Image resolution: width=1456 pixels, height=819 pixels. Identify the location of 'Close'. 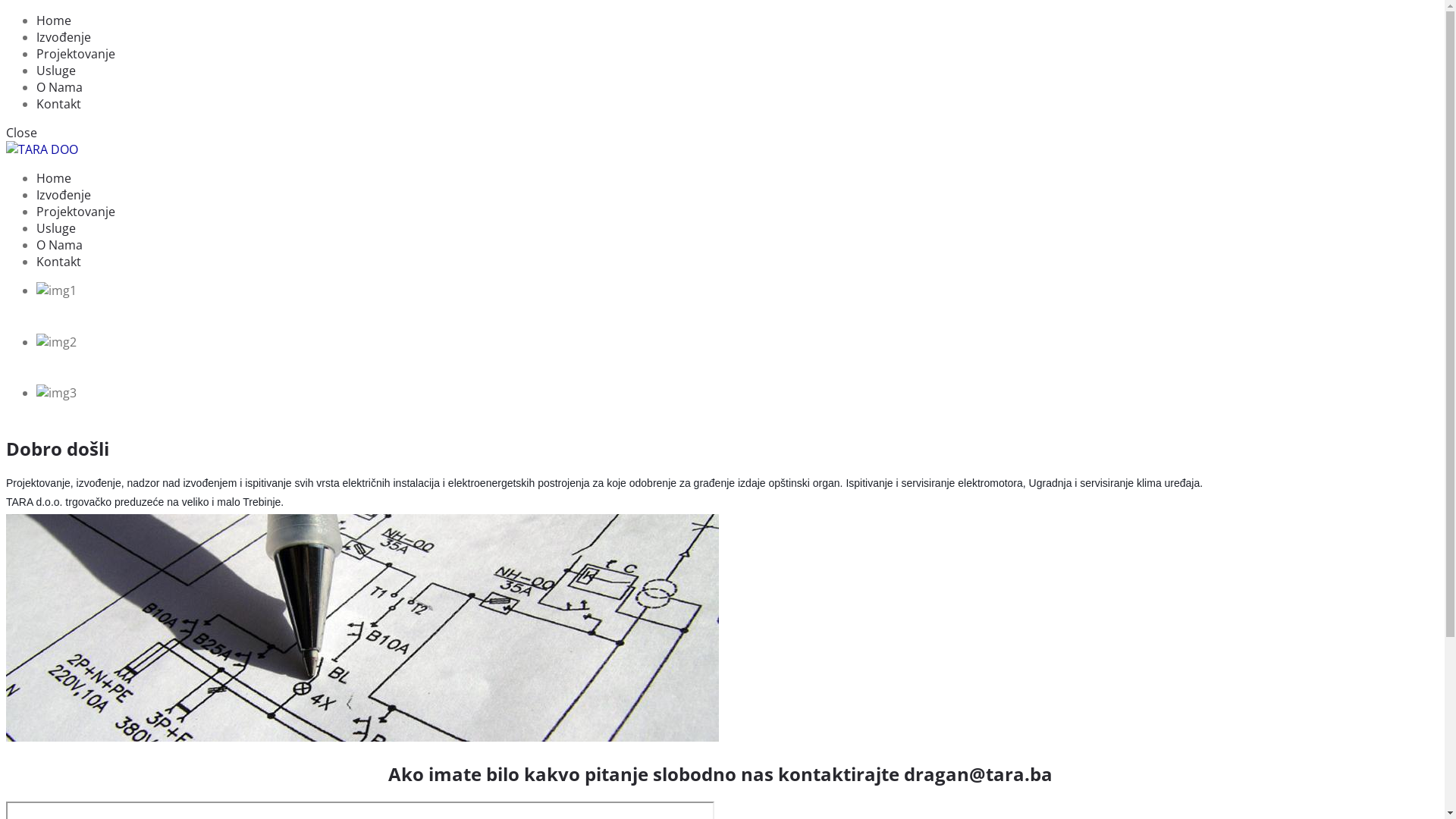
(21, 131).